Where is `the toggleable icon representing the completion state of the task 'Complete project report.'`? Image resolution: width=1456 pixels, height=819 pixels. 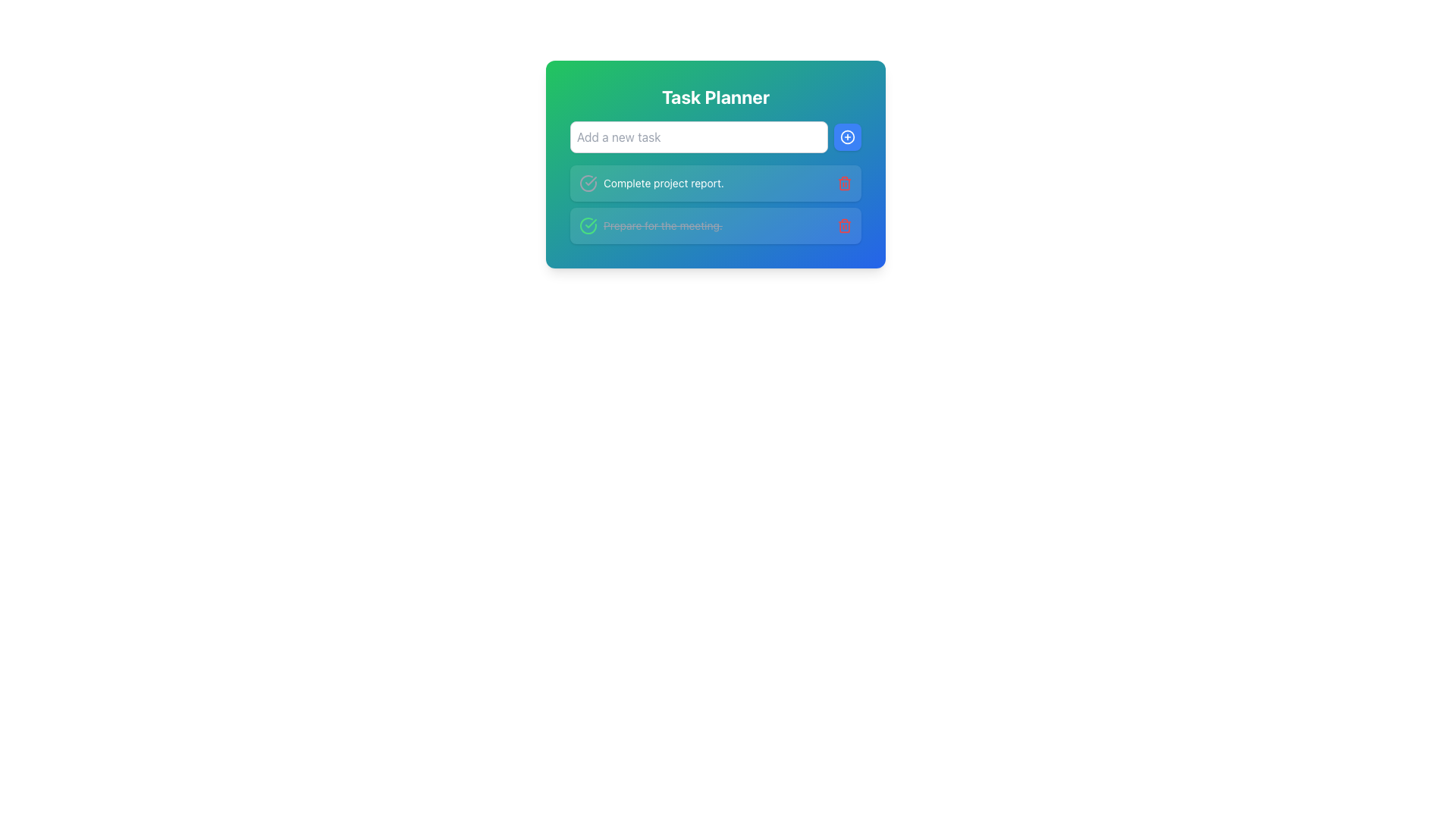
the toggleable icon representing the completion state of the task 'Complete project report.' is located at coordinates (588, 183).